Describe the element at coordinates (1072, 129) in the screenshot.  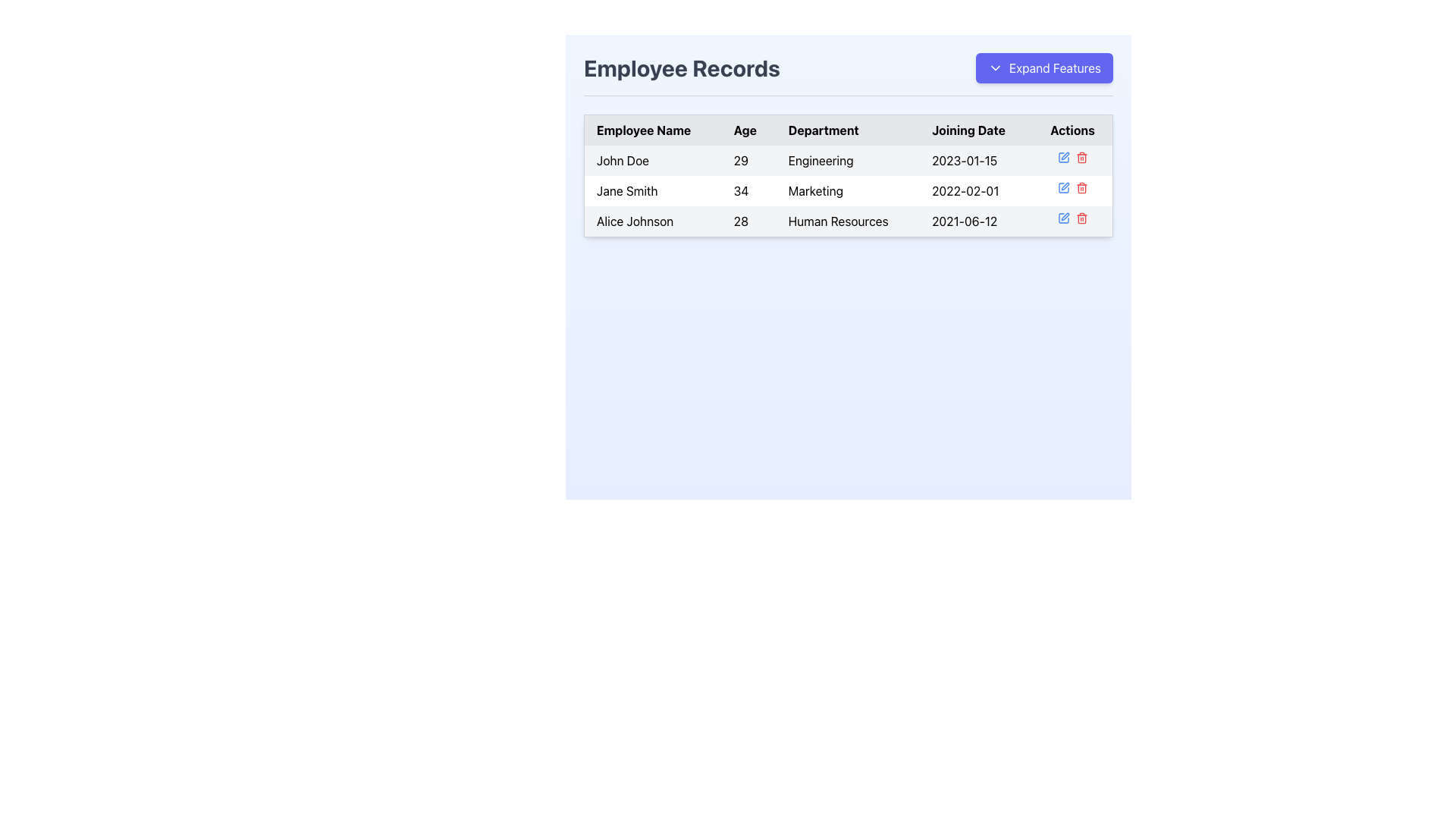
I see `the 'Actions' header label in the data table, which indicates the purpose of the column related to available actions for items` at that location.